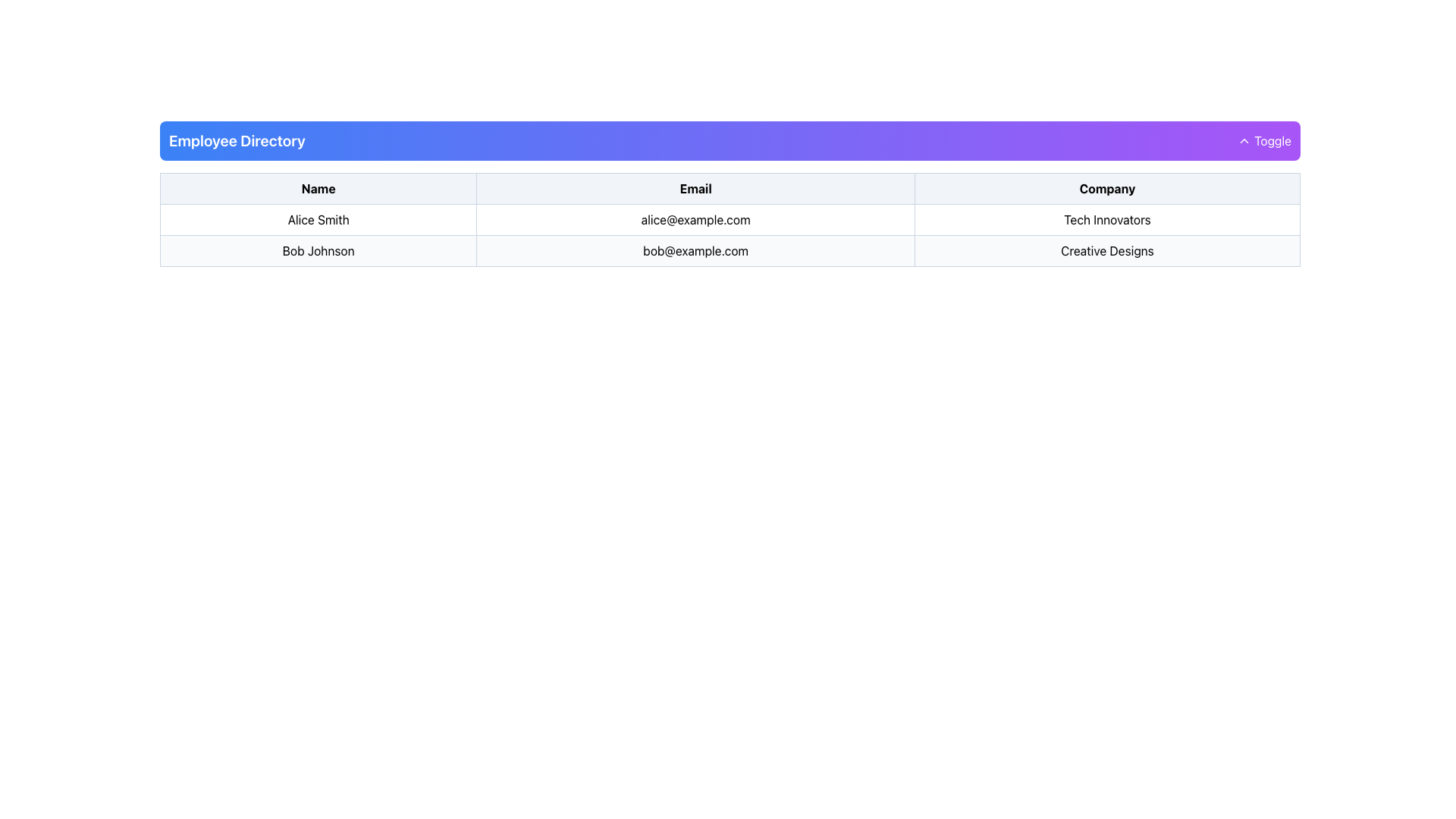 This screenshot has width=1456, height=819. What do you see at coordinates (1107, 219) in the screenshot?
I see `the text element displaying the company name in the last column of the first row of the table, adjacent to 'alice@example.com'` at bounding box center [1107, 219].